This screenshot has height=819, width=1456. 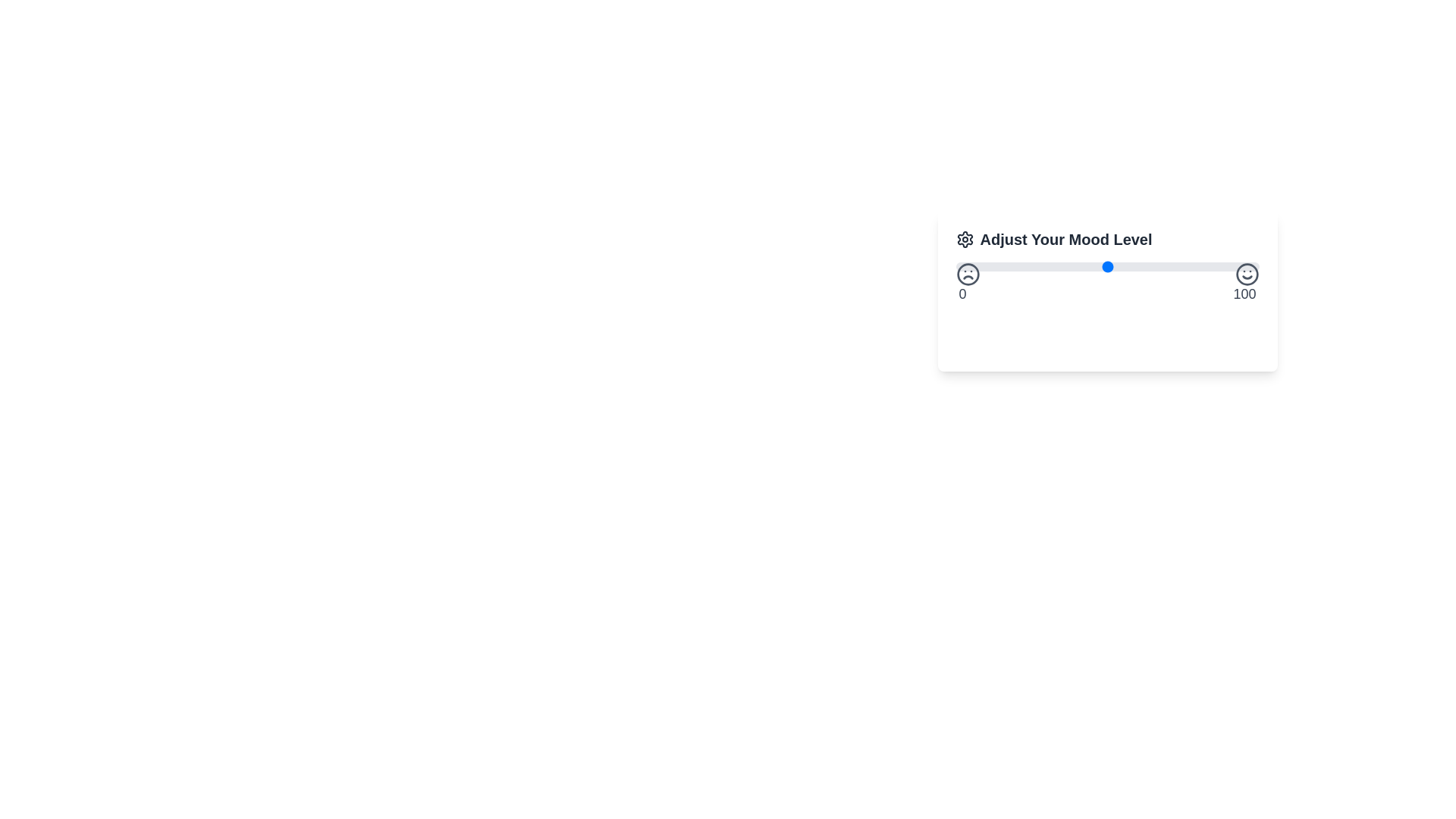 I want to click on mood level, so click(x=1153, y=265).